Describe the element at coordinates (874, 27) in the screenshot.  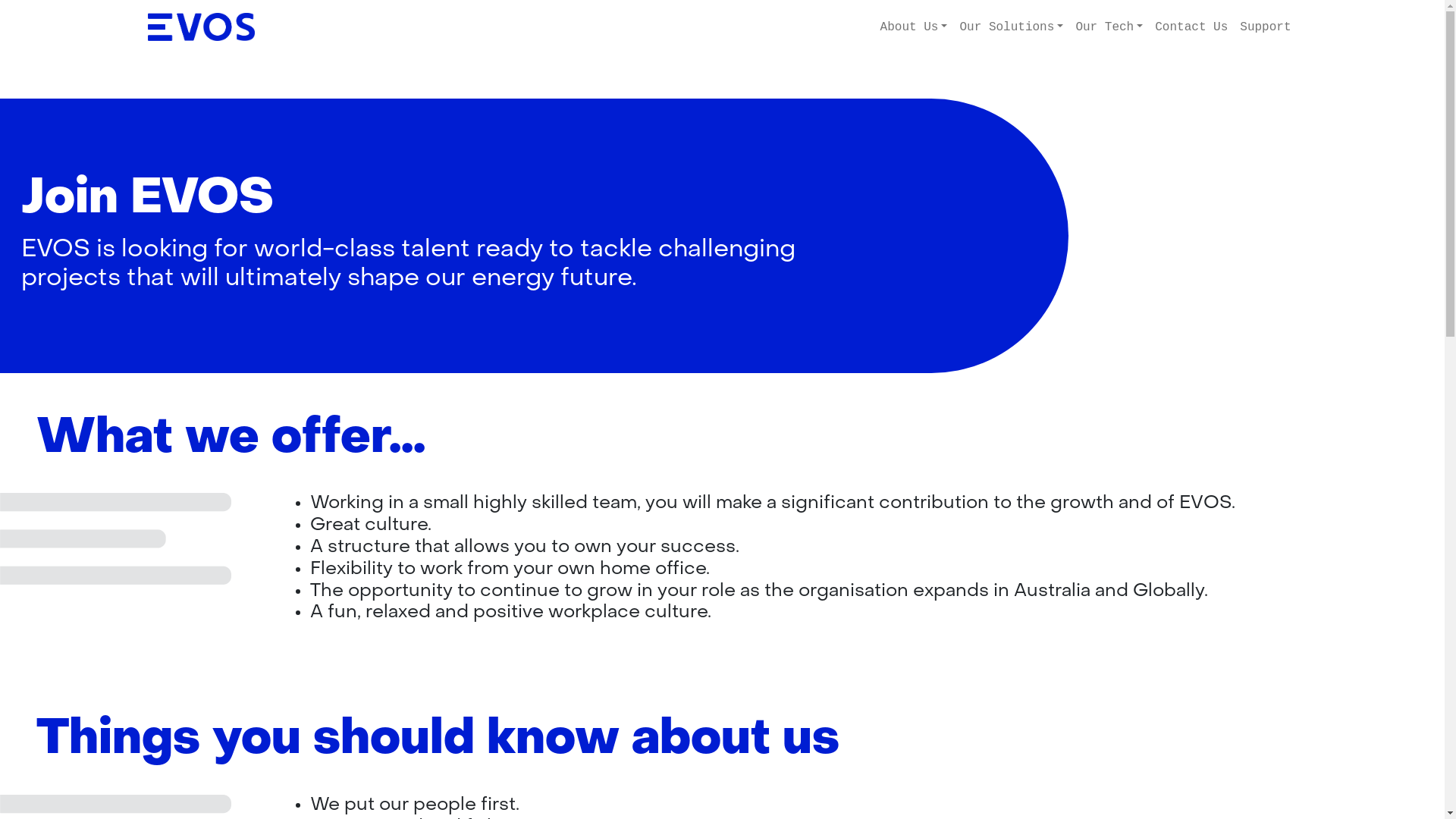
I see `'About Us'` at that location.